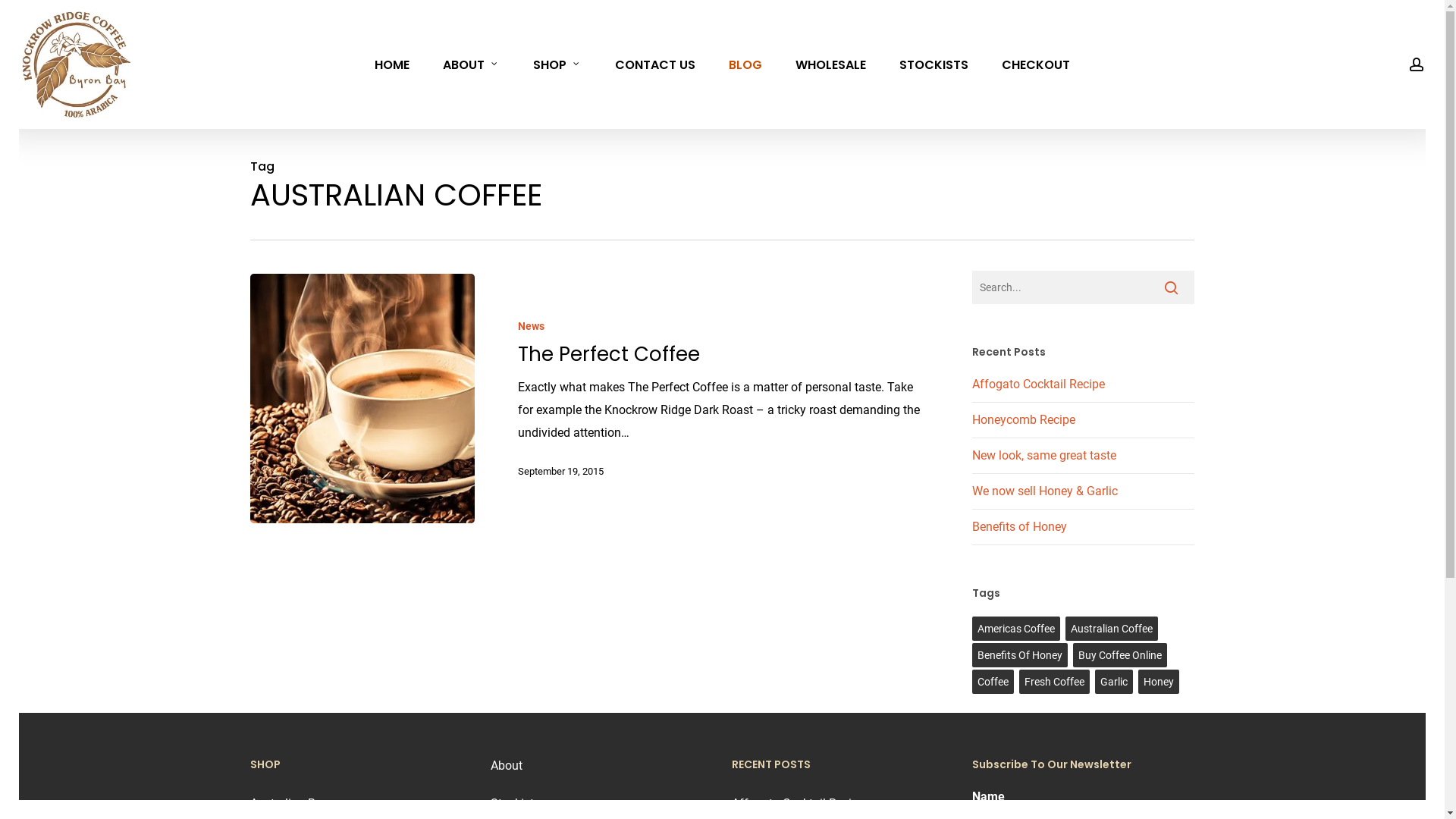 The width and height of the screenshot is (1456, 819). I want to click on 'Coffee', so click(993, 680).